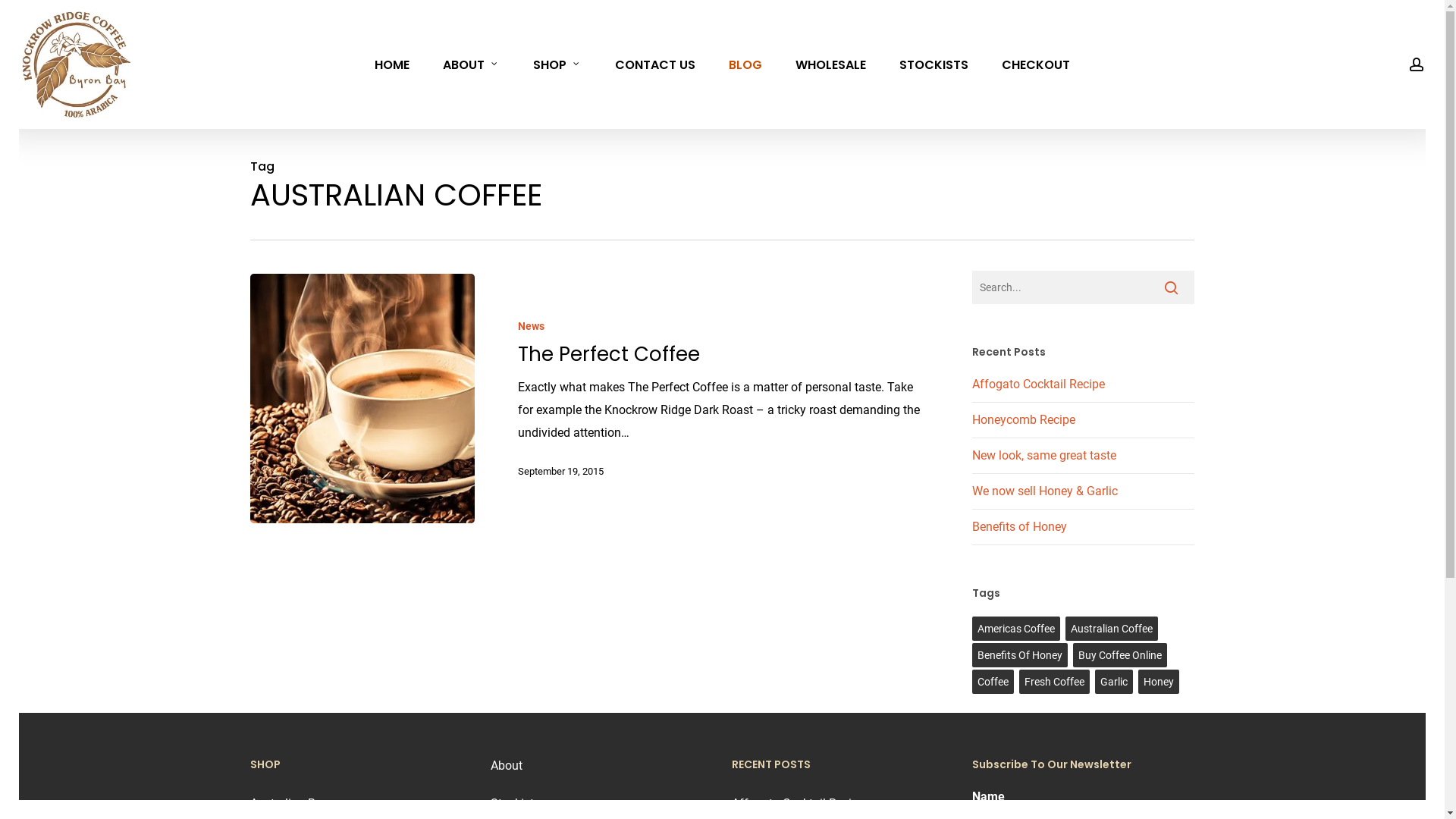 The width and height of the screenshot is (1456, 819). I want to click on 'Coffee', so click(993, 680).